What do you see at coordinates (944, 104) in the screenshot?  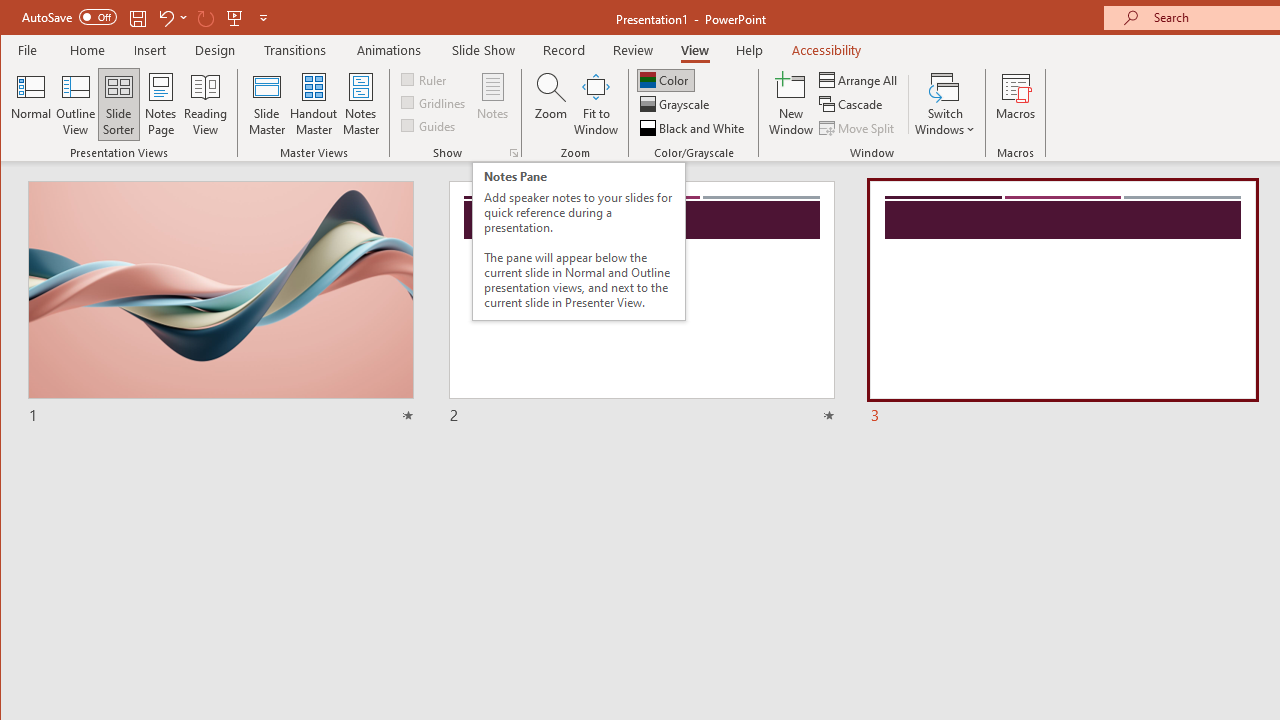 I see `'Switch Windows'` at bounding box center [944, 104].